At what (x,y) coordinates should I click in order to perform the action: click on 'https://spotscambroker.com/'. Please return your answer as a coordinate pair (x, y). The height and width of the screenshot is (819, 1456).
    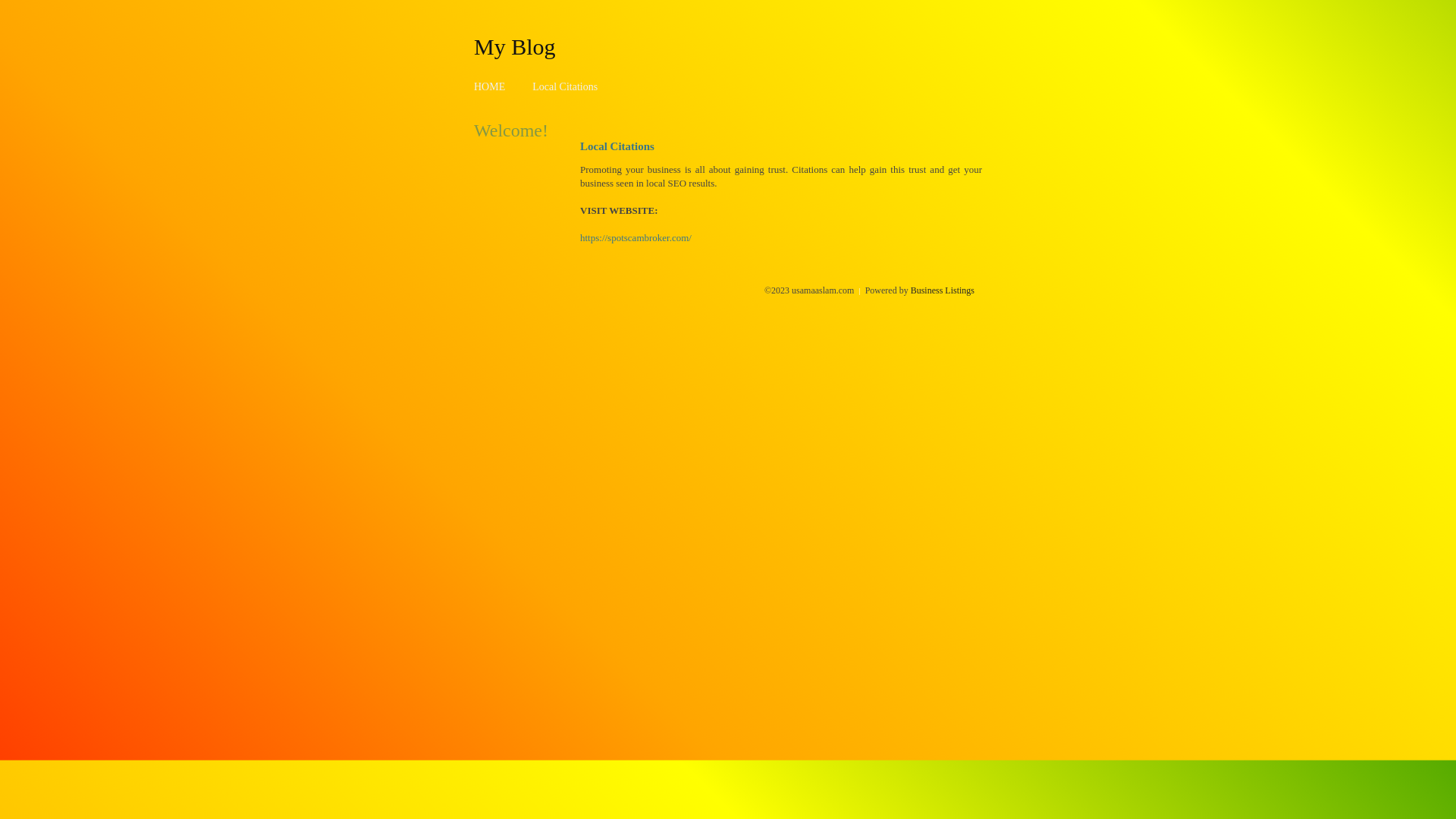
    Looking at the image, I should click on (579, 237).